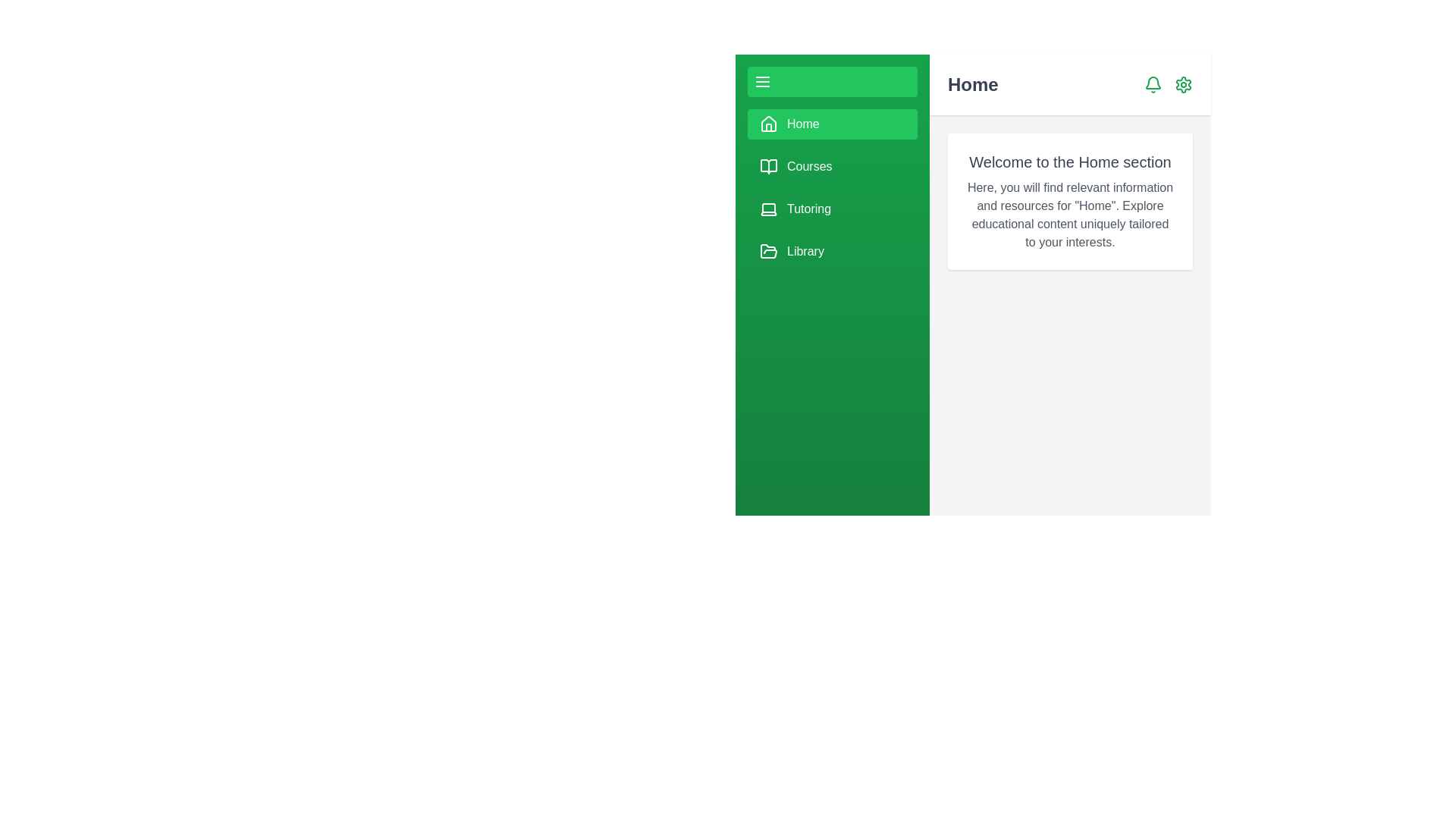 This screenshot has height=819, width=1456. What do you see at coordinates (768, 209) in the screenshot?
I see `the laptop icon which is part of the 'Tutoring' button in the side navigation bar, located to the left of the 'Tutoring' text label` at bounding box center [768, 209].